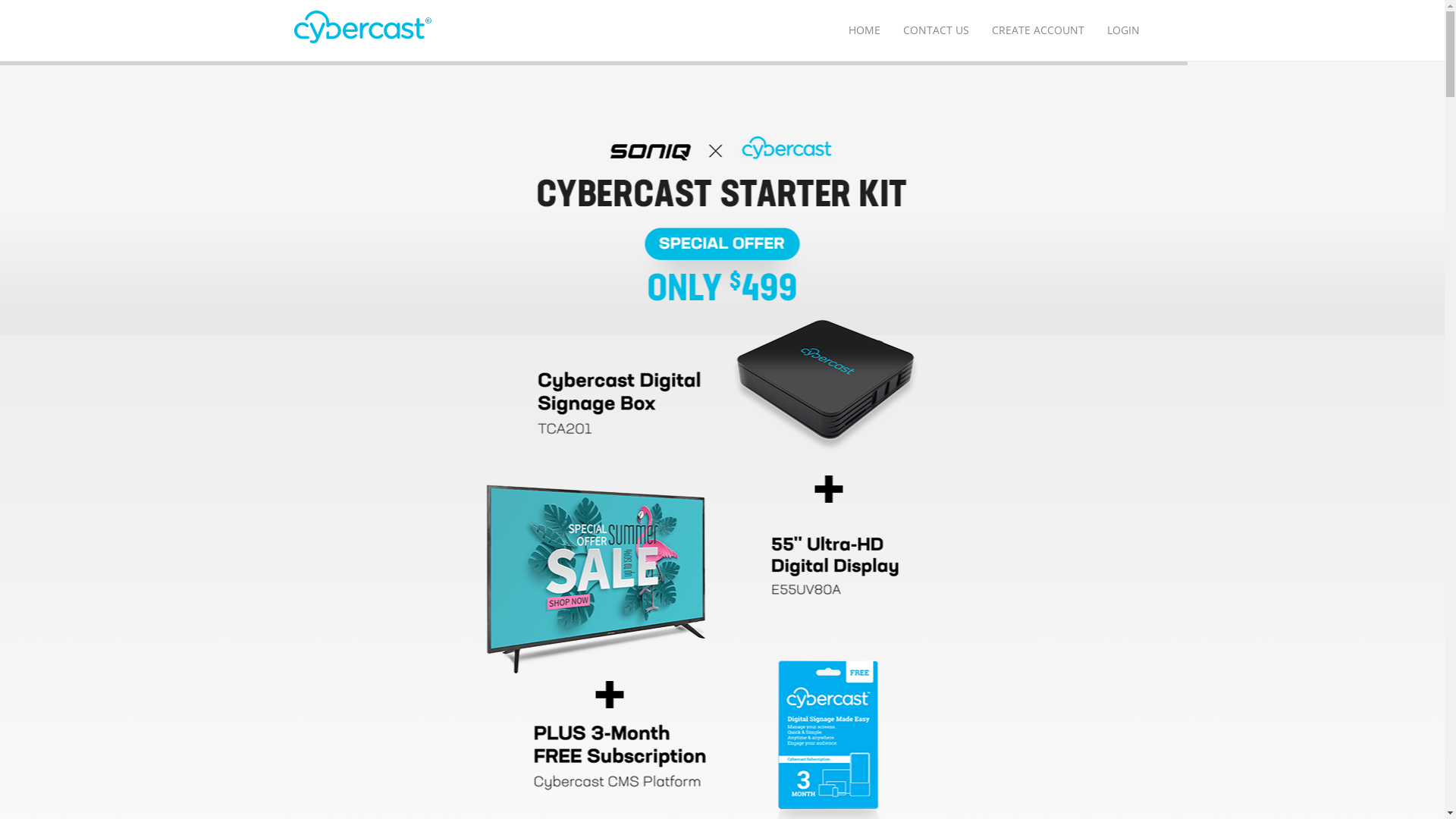 The height and width of the screenshot is (819, 1456). Describe the element at coordinates (1037, 30) in the screenshot. I see `'CREATE ACCOUNT'` at that location.